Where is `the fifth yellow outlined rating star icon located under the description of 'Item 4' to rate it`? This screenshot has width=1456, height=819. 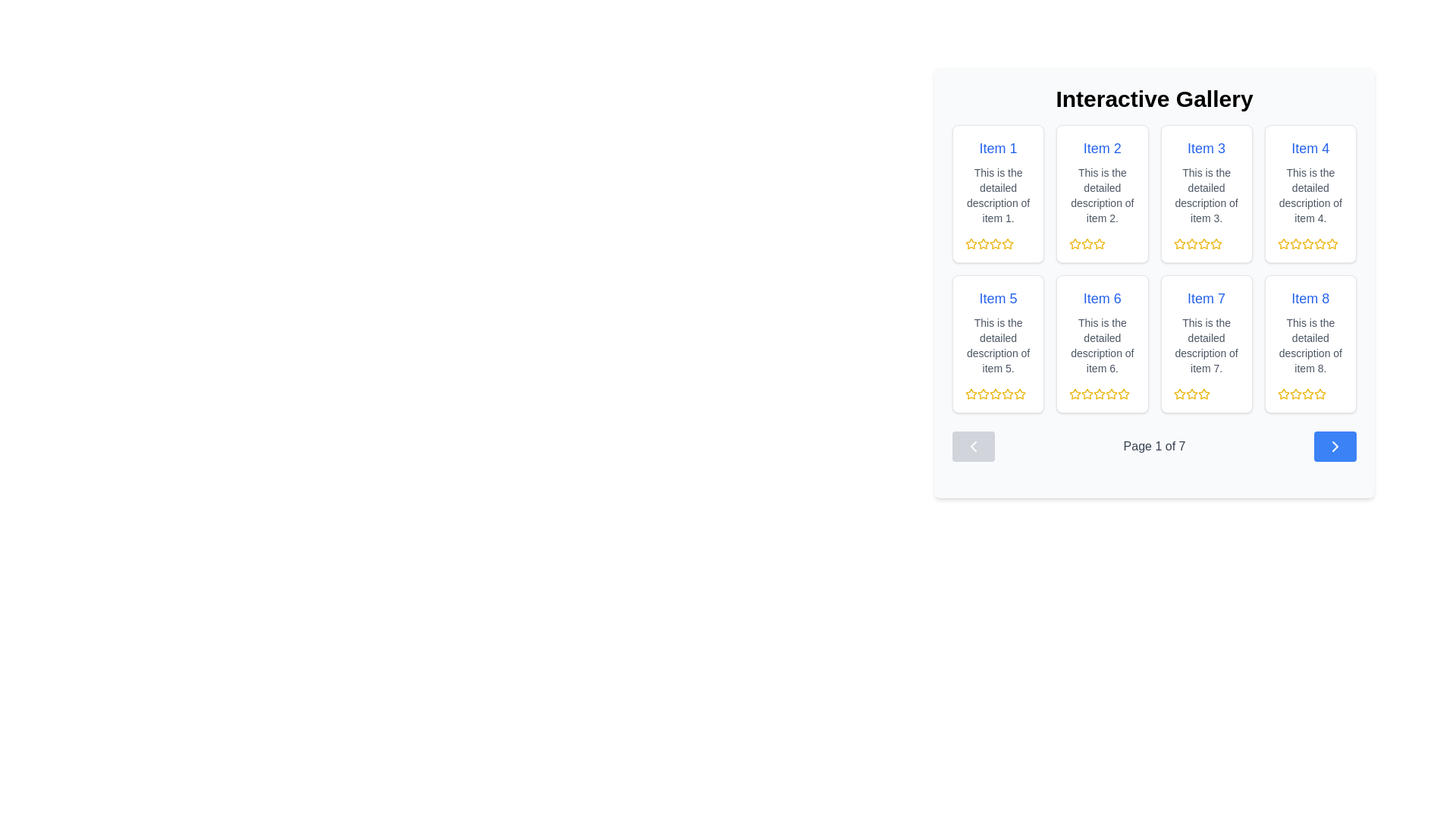
the fifth yellow outlined rating star icon located under the description of 'Item 4' to rate it is located at coordinates (1331, 243).